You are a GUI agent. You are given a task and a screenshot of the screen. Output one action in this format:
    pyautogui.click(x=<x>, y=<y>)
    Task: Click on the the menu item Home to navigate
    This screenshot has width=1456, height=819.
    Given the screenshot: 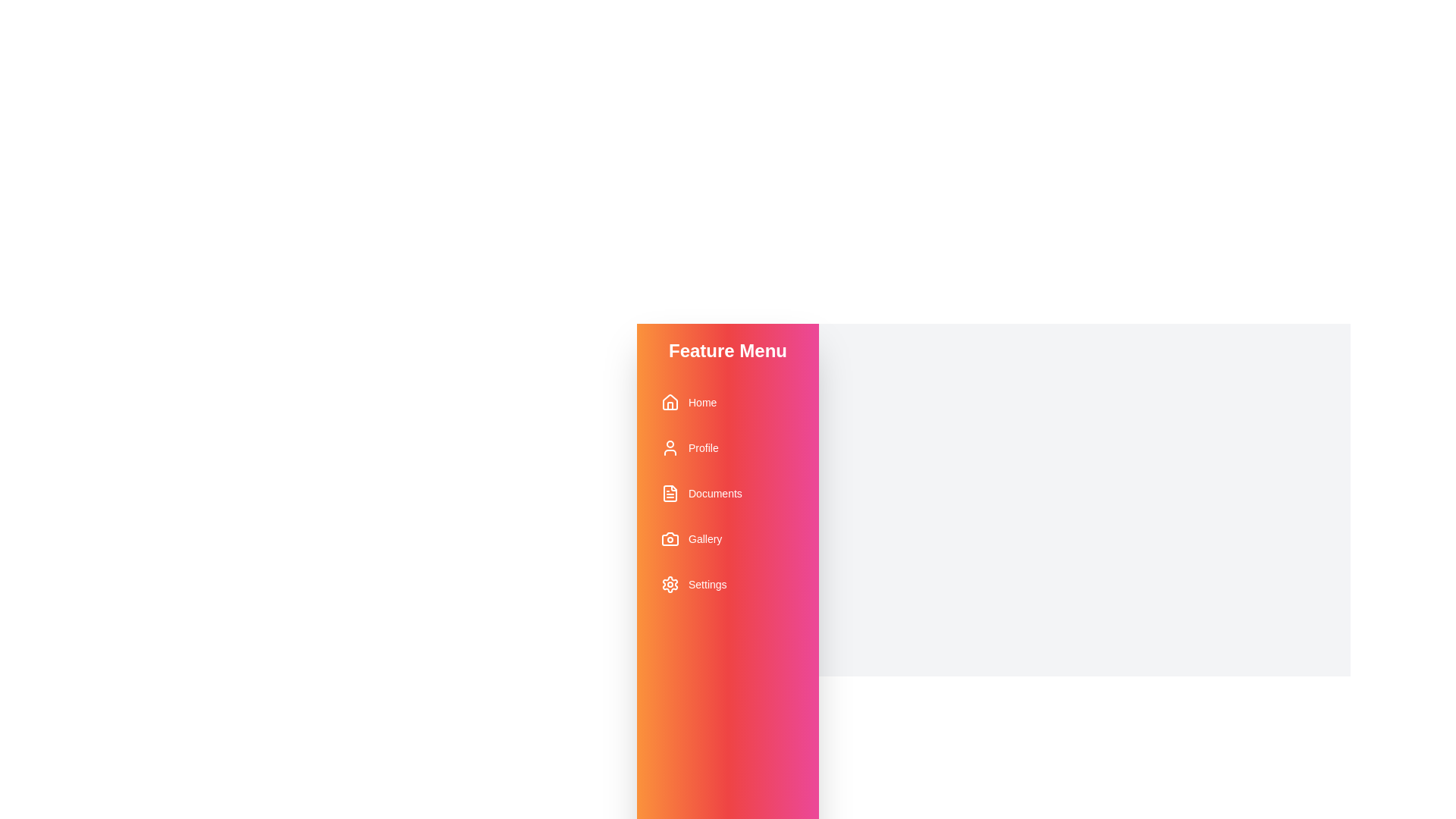 What is the action you would take?
    pyautogui.click(x=728, y=402)
    